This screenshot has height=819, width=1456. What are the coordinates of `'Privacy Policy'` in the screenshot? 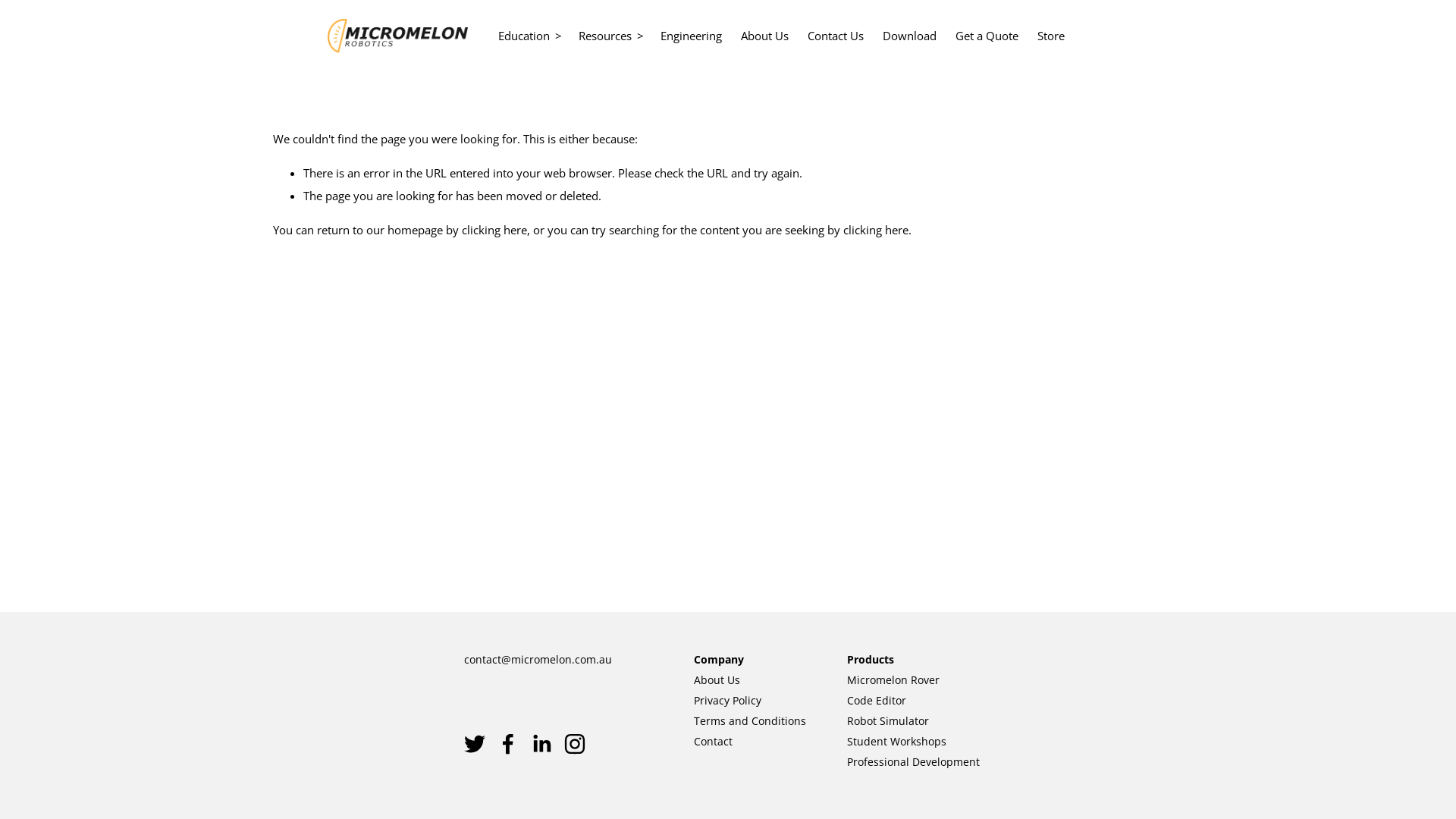 It's located at (726, 701).